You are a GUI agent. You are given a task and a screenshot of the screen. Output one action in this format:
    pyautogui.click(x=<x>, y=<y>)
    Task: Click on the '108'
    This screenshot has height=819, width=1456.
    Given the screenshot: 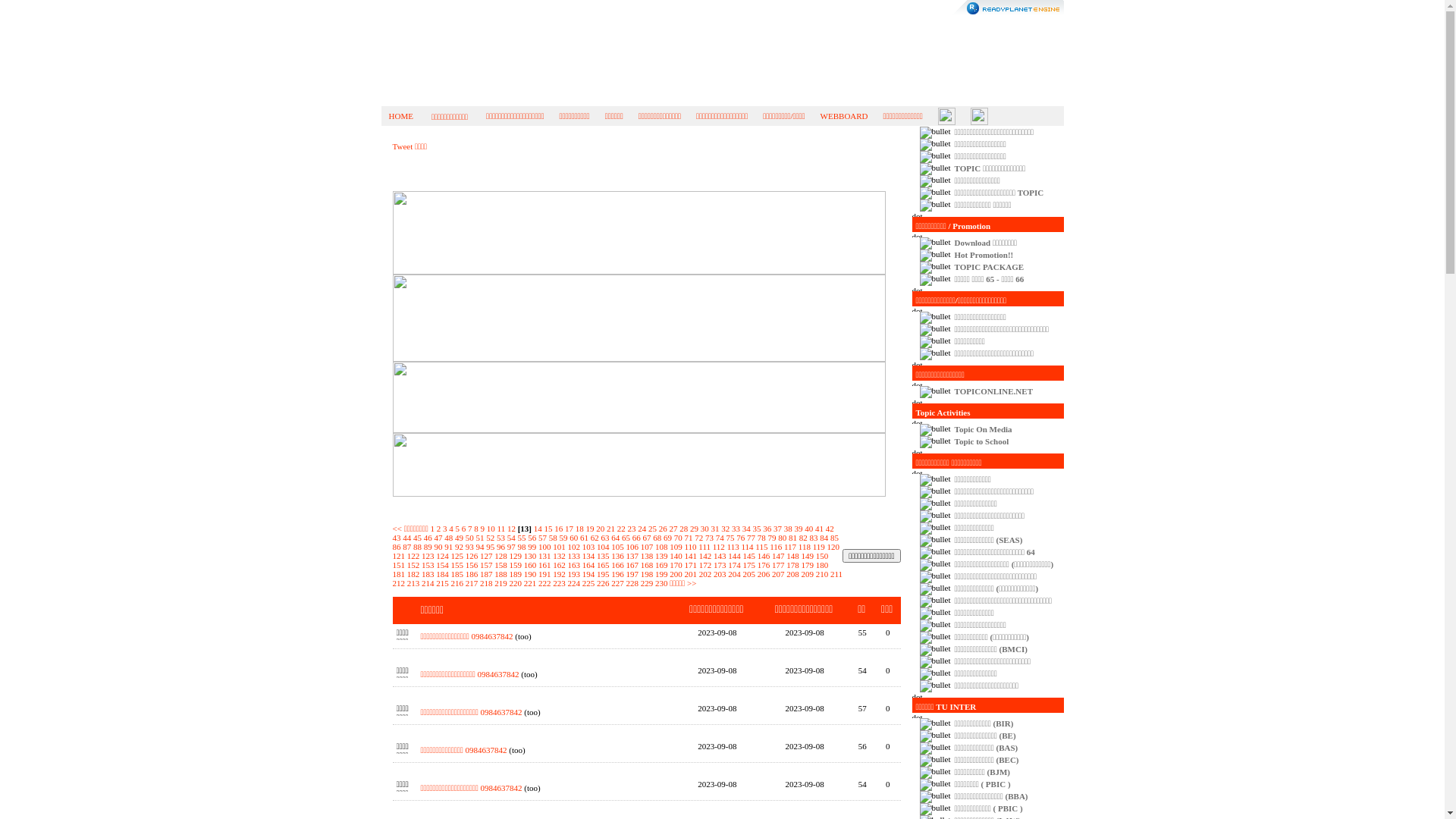 What is the action you would take?
    pyautogui.click(x=661, y=547)
    